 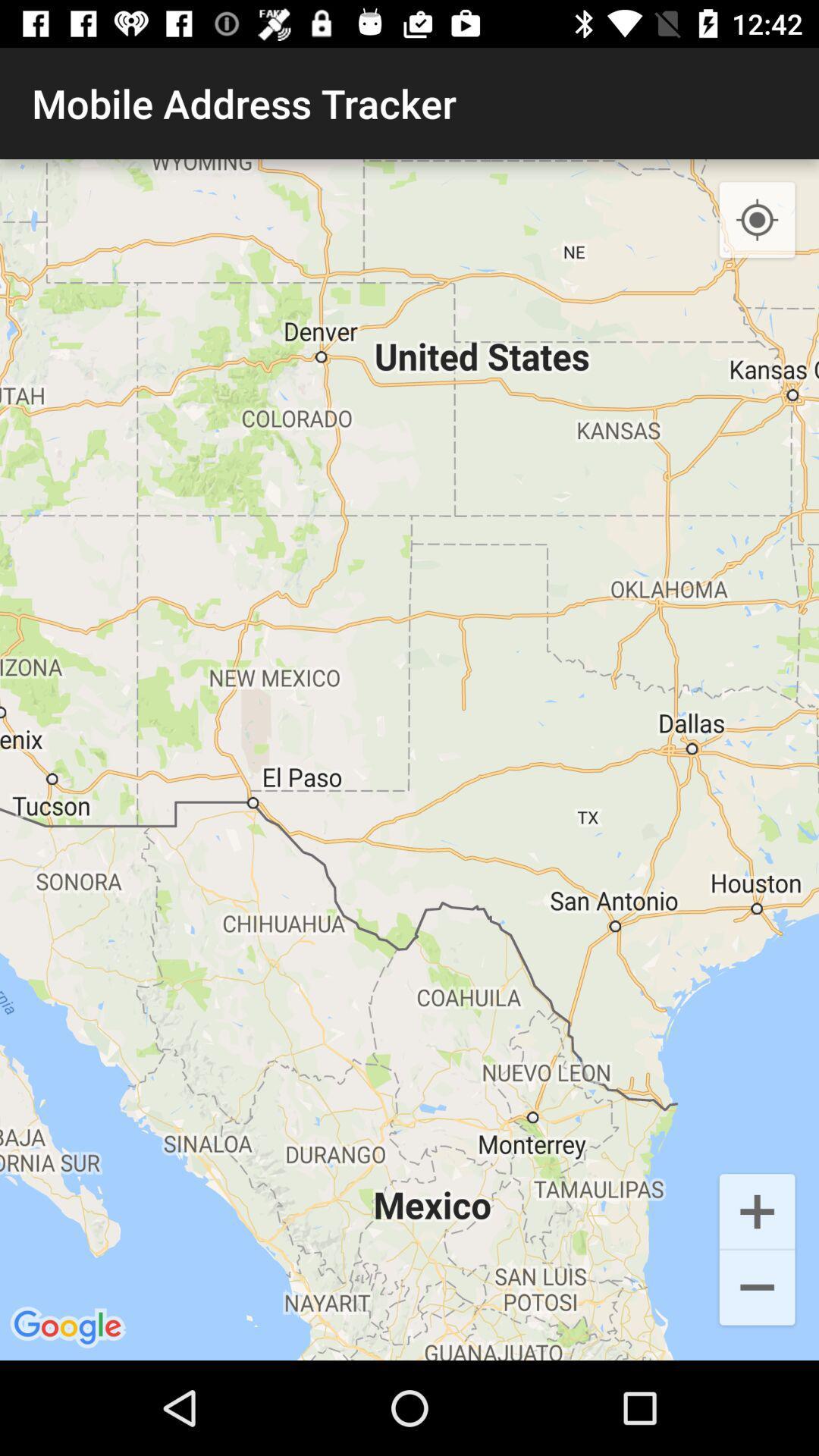 What do you see at coordinates (757, 1210) in the screenshot?
I see `the add icon` at bounding box center [757, 1210].